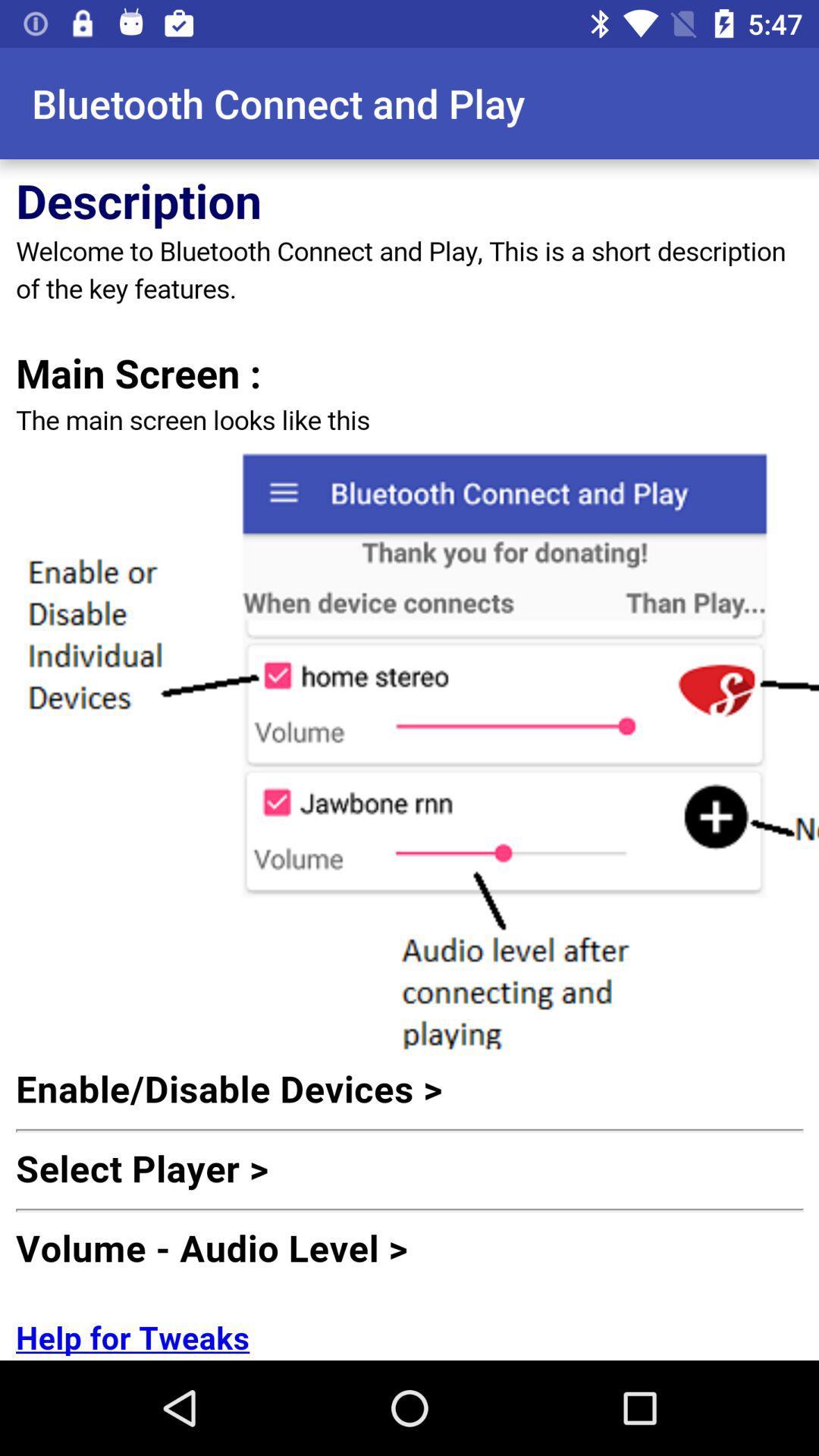  What do you see at coordinates (409, 760) in the screenshot?
I see `description of key features` at bounding box center [409, 760].